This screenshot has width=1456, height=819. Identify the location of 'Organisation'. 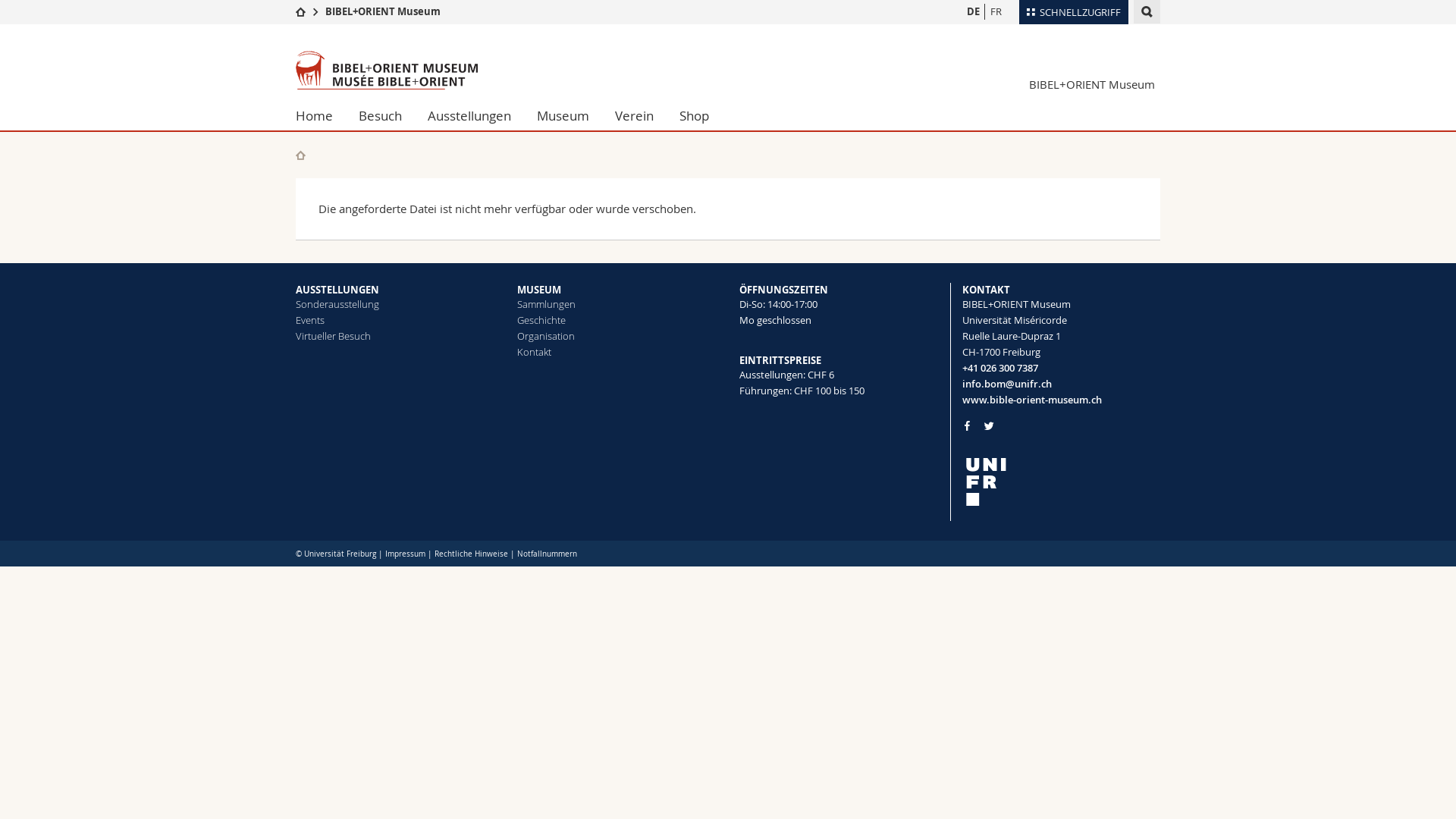
(546, 335).